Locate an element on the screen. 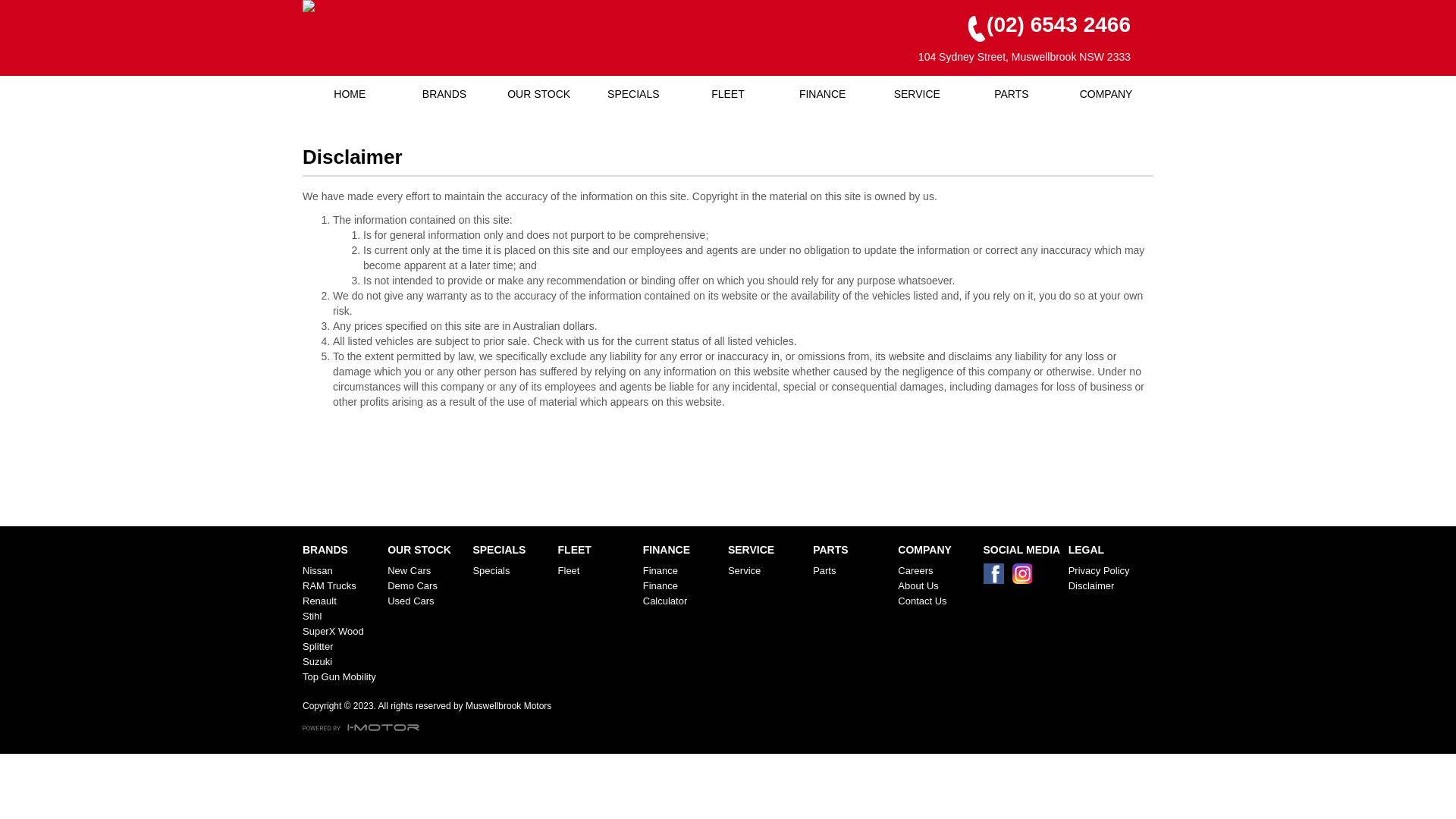 This screenshot has height=819, width=1456. 'COMPANY' is located at coordinates (1106, 94).